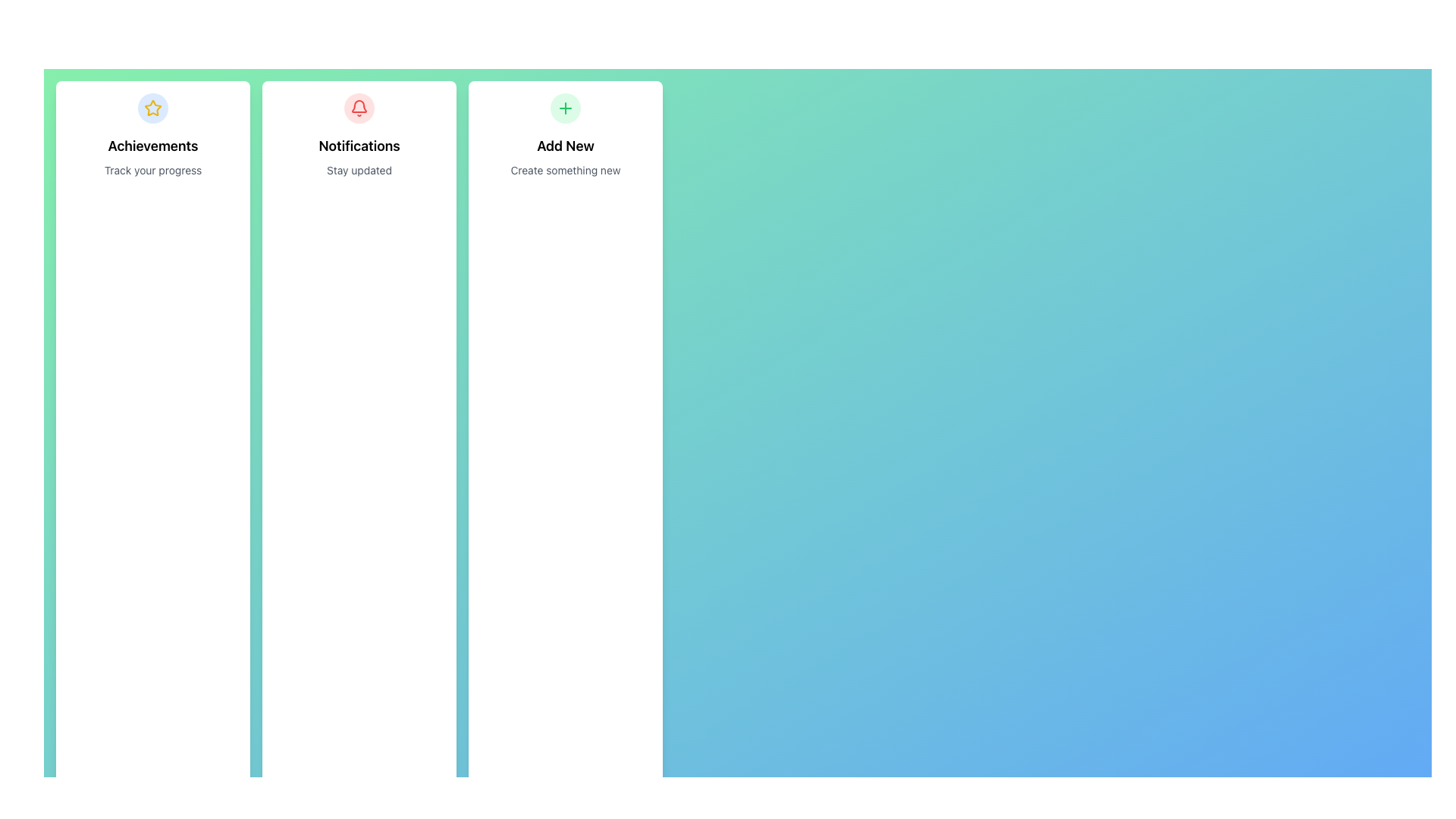 The image size is (1456, 819). I want to click on the yellow star icon with a circular blue background in the 'Achievements' section, positioned centrally below the header icon, so click(152, 107).